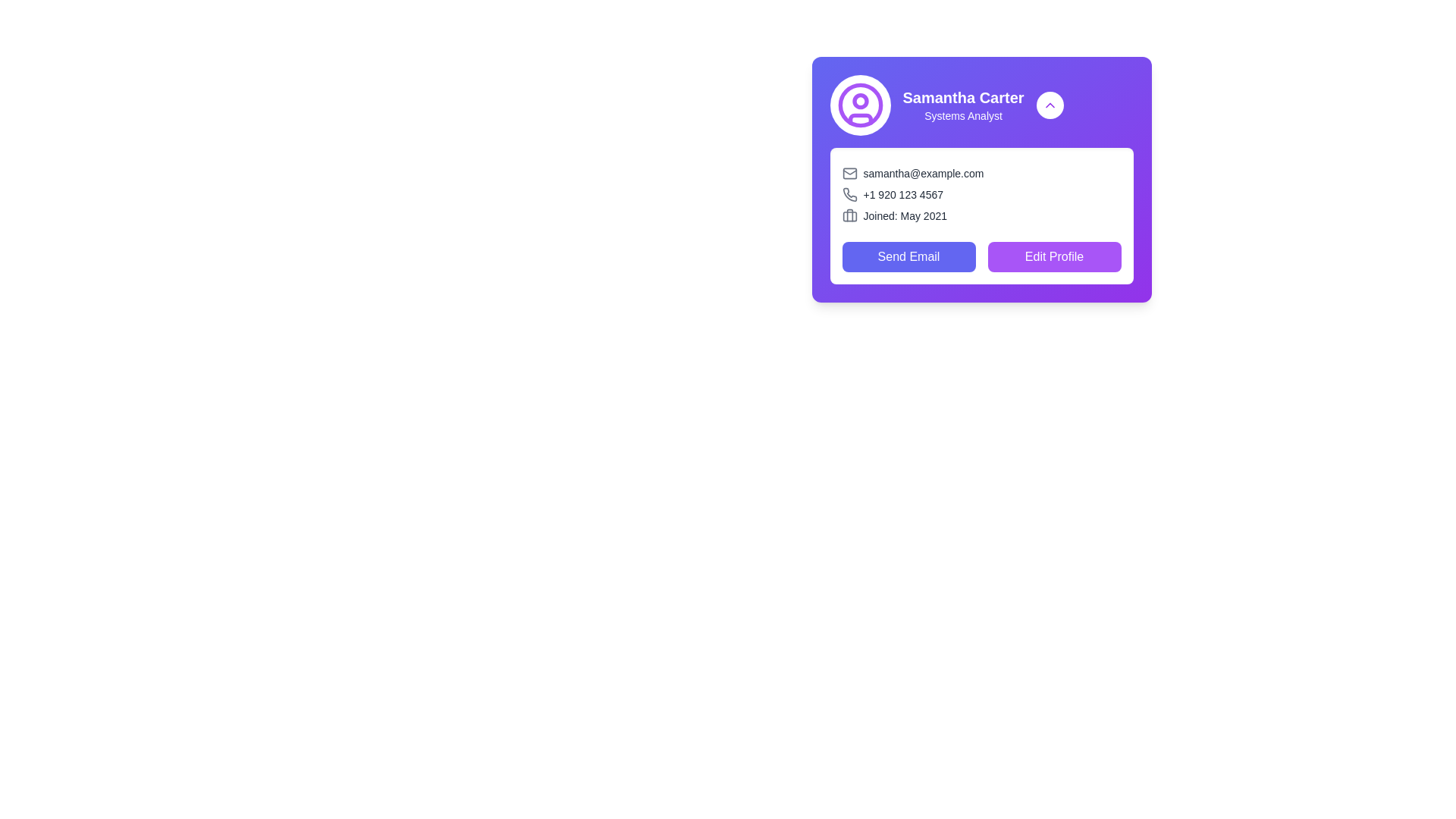  What do you see at coordinates (860, 101) in the screenshot?
I see `the small circle graphic element located within the profile image at the top left of the card` at bounding box center [860, 101].